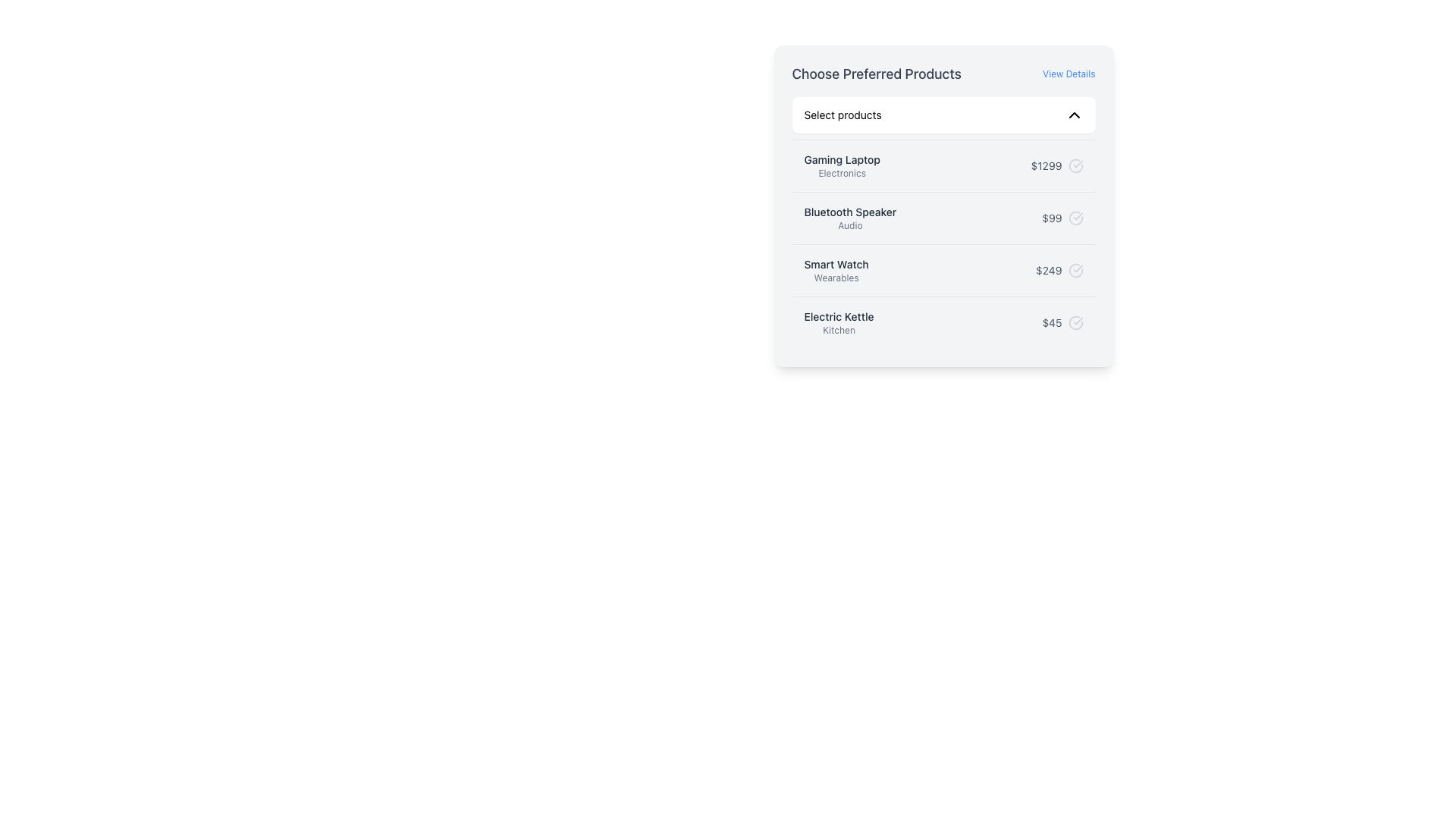 The width and height of the screenshot is (1456, 819). I want to click on the gray circle icon with a checkmark located to the right of the price '$45' in the last product listing row, so click(1075, 322).